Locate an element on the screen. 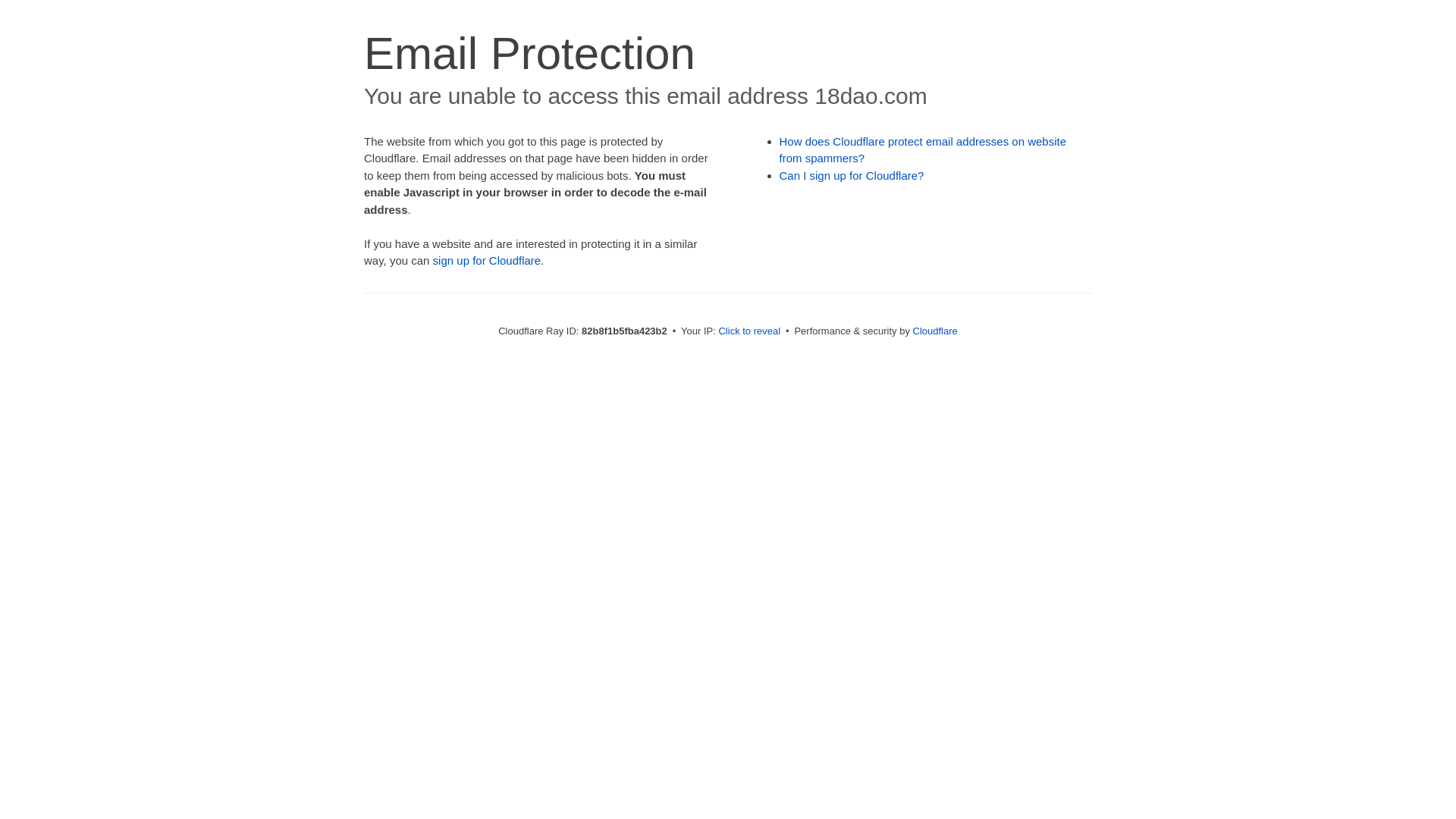 The width and height of the screenshot is (1456, 819). 'Cloudflare' is located at coordinates (934, 330).